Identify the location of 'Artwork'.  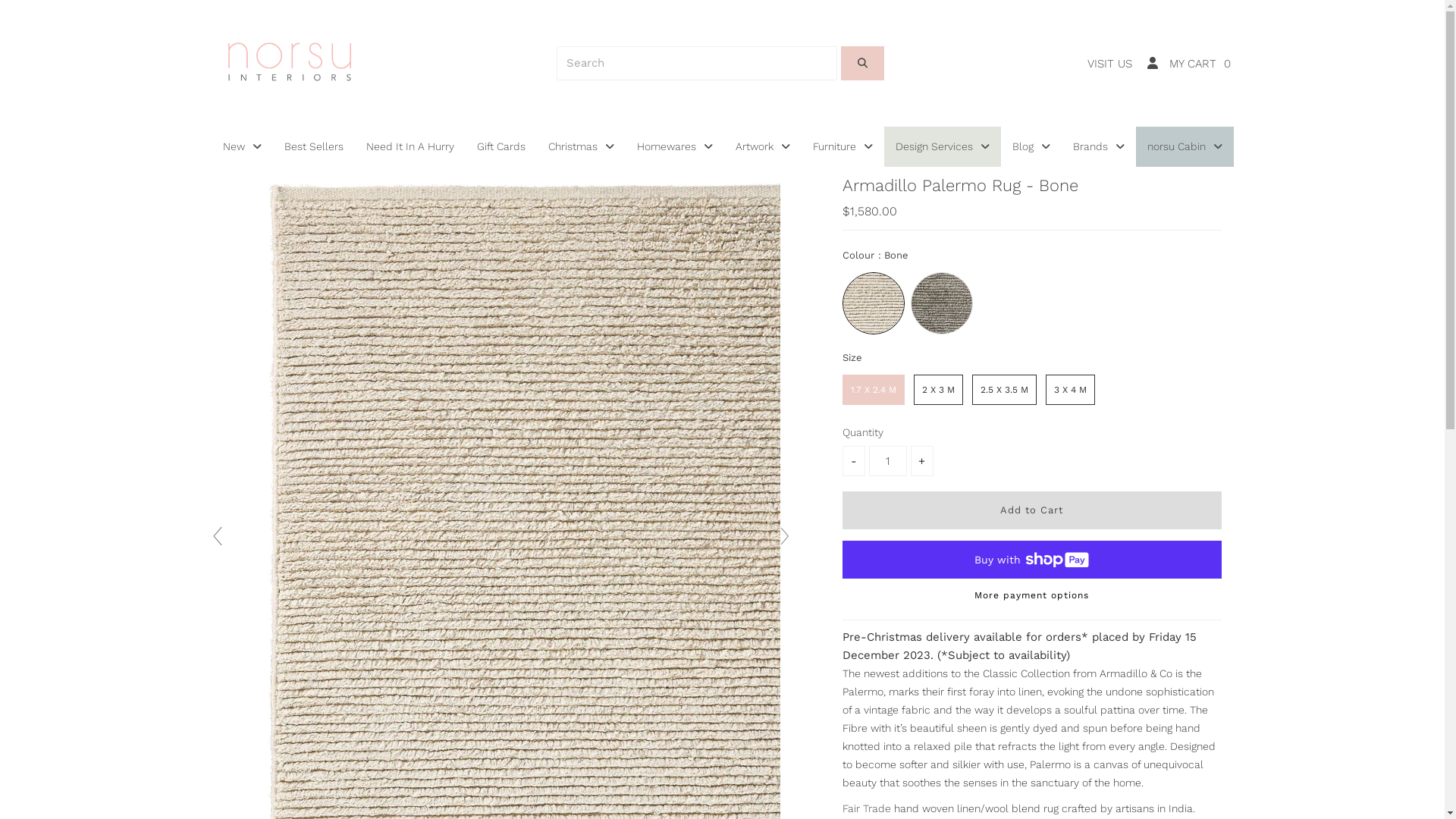
(761, 146).